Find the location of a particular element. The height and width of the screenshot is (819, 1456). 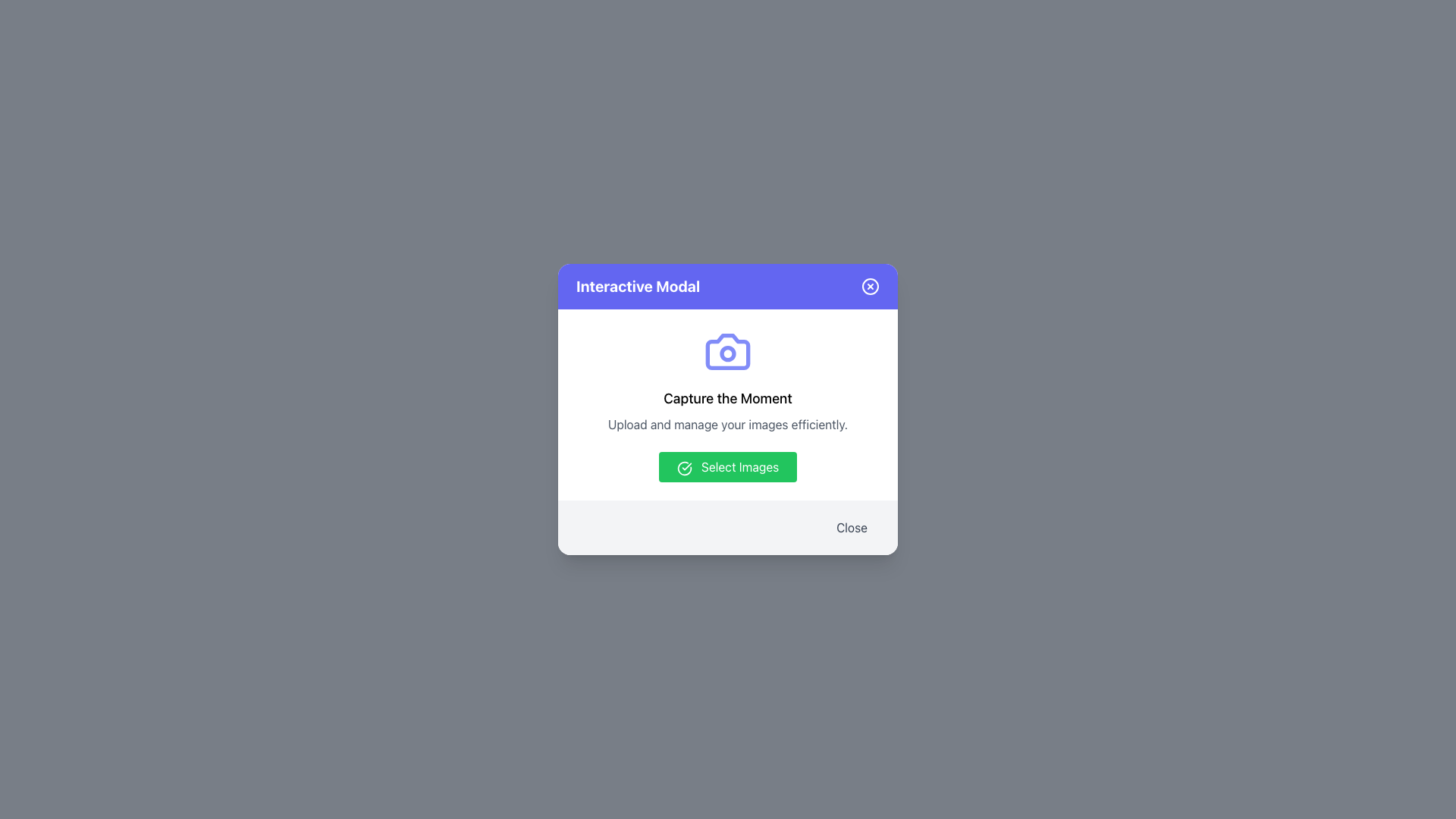

the text element that reads 'Capture the Moment', which is styled with a medium-weight, large font and is centered below a camera icon in the modal window is located at coordinates (728, 397).